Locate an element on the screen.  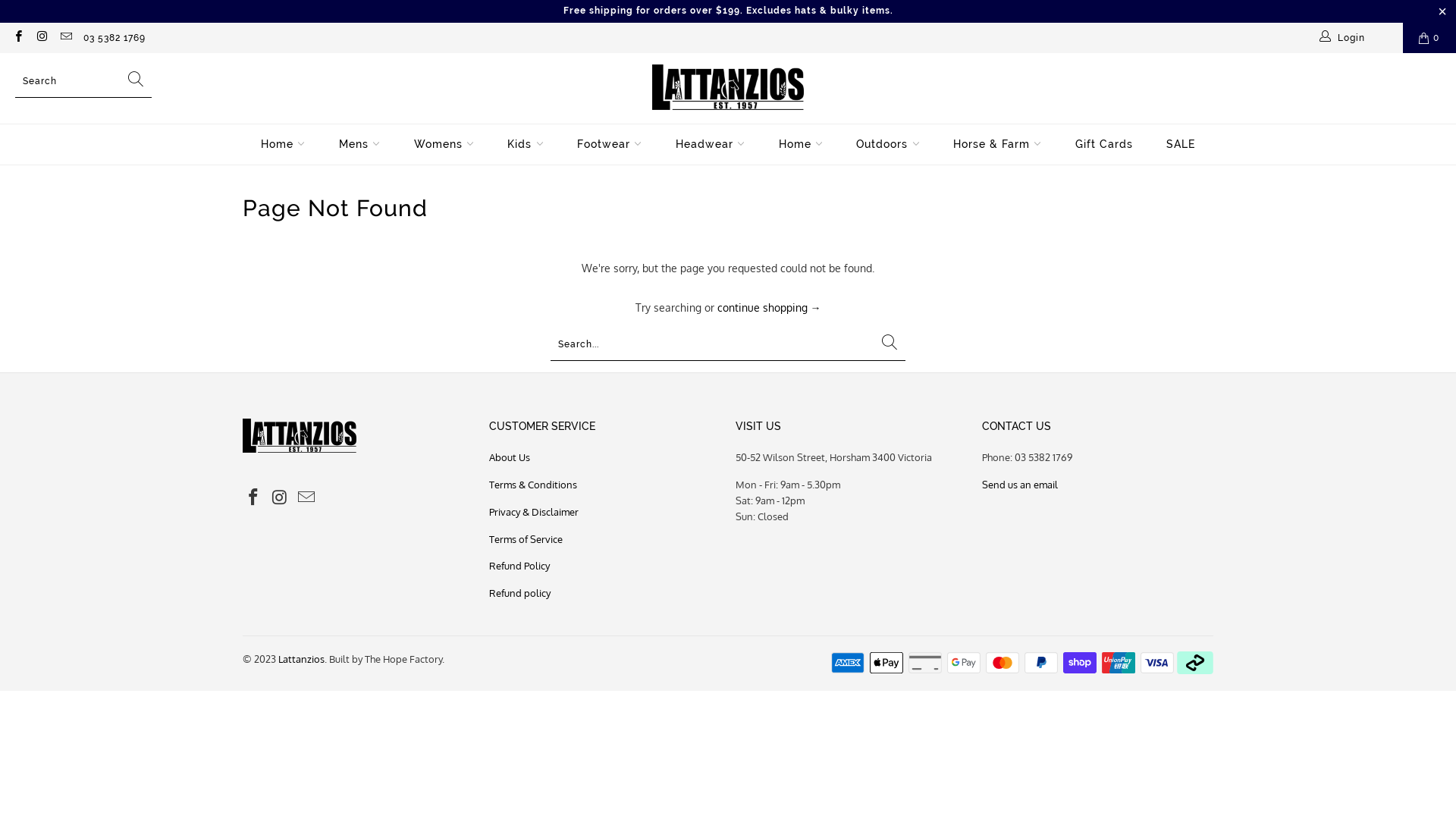
'SALE' is located at coordinates (1179, 144).